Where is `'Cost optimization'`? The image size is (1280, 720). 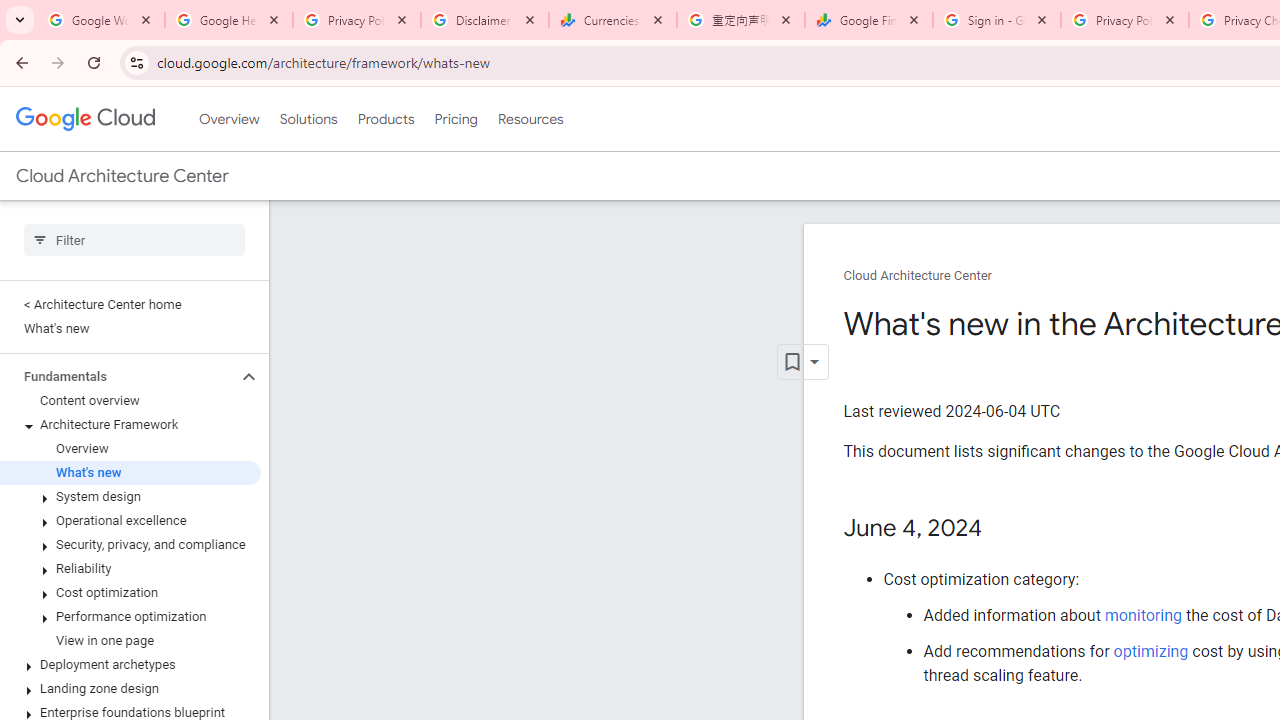 'Cost optimization' is located at coordinates (129, 591).